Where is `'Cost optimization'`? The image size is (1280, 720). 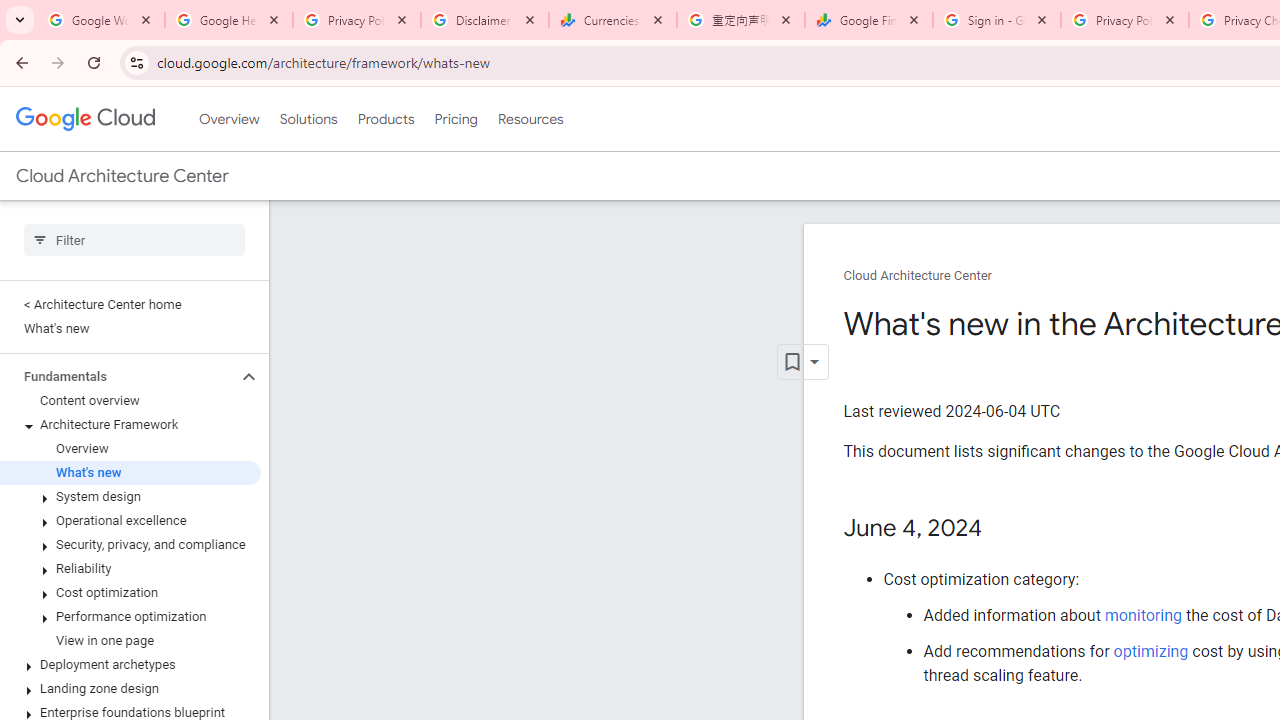 'Cost optimization' is located at coordinates (129, 591).